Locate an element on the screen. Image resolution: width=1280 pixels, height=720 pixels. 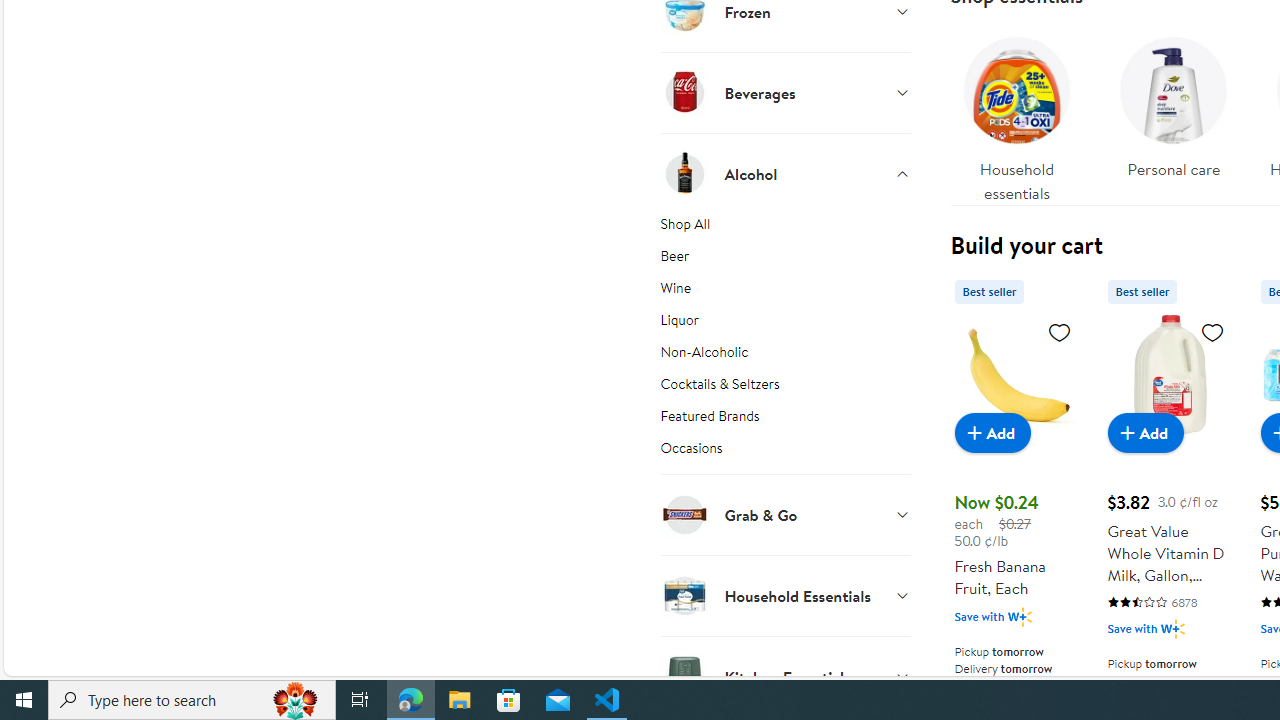
'Featured Brands' is located at coordinates (784, 419).